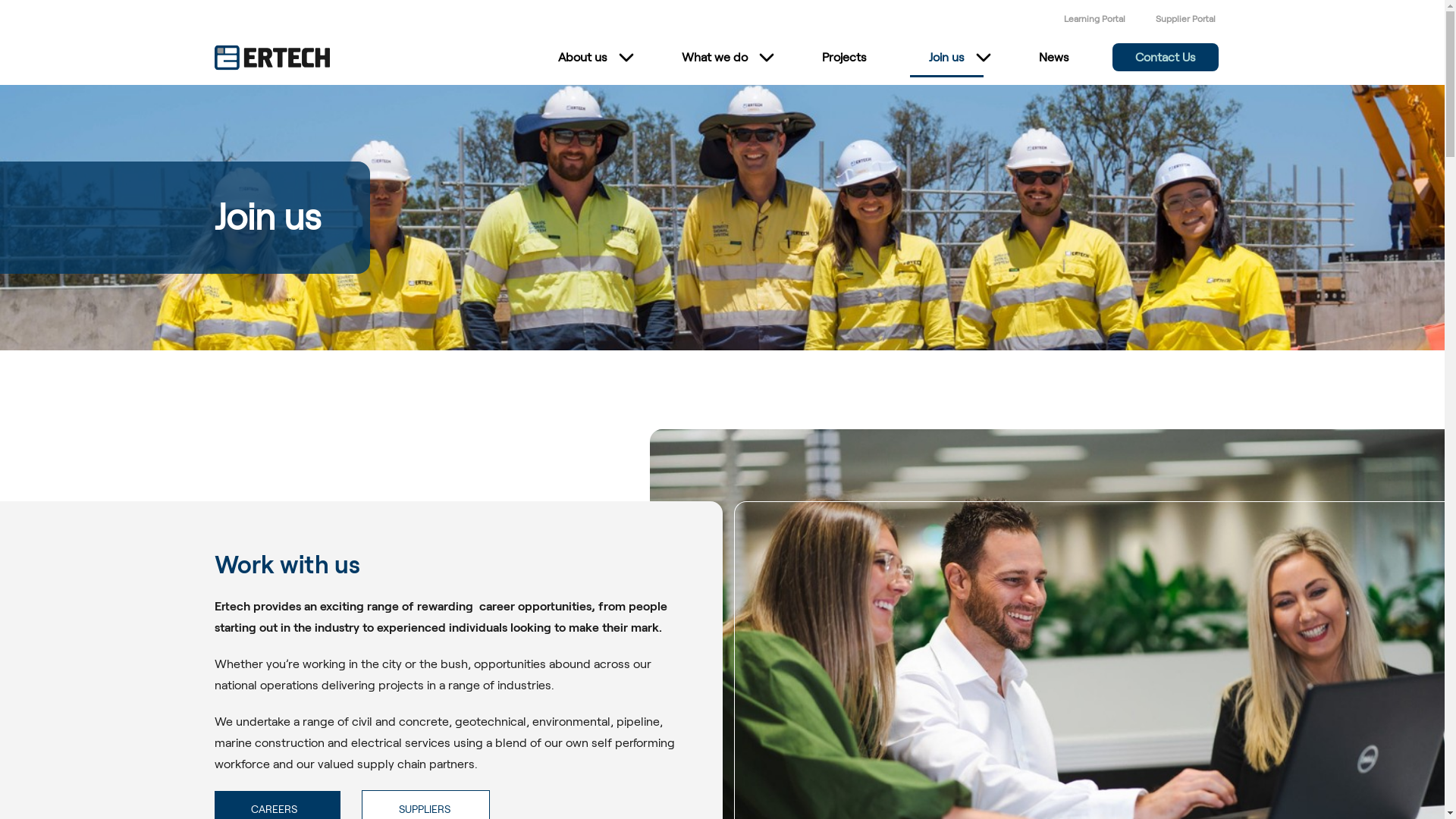  I want to click on 'Projects', so click(843, 58).